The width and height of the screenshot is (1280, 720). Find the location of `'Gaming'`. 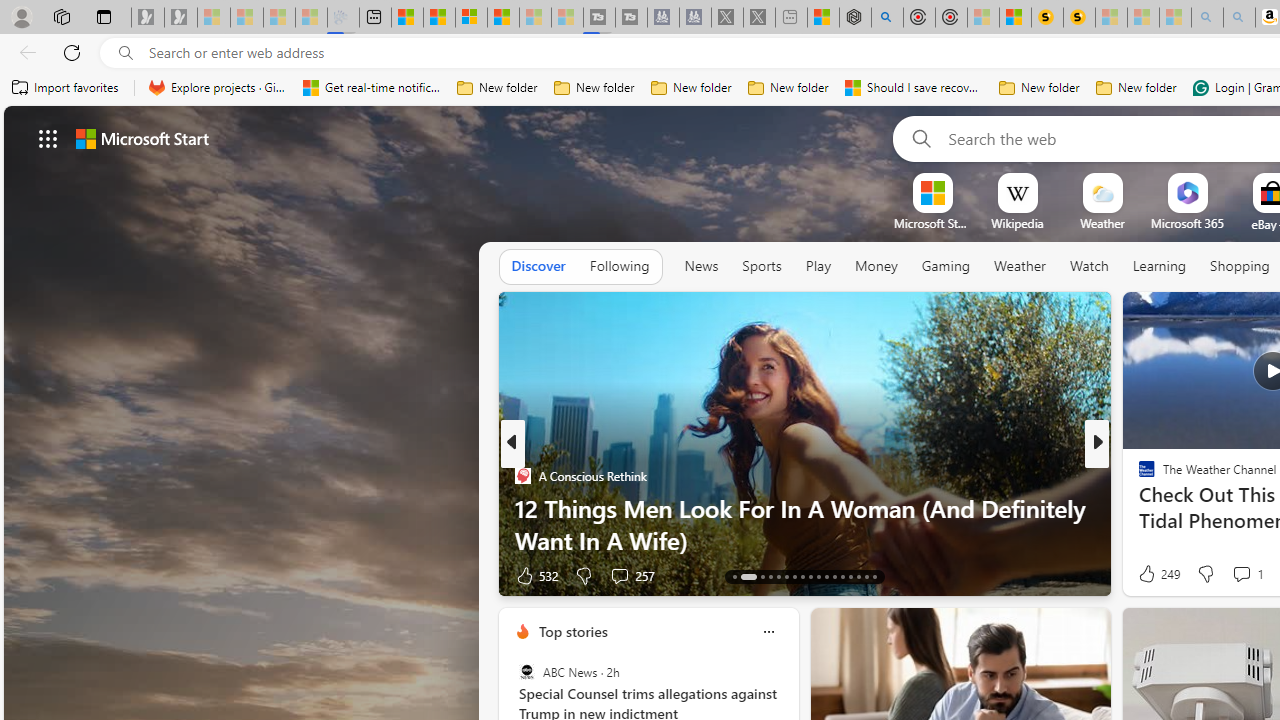

'Gaming' is located at coordinates (944, 265).